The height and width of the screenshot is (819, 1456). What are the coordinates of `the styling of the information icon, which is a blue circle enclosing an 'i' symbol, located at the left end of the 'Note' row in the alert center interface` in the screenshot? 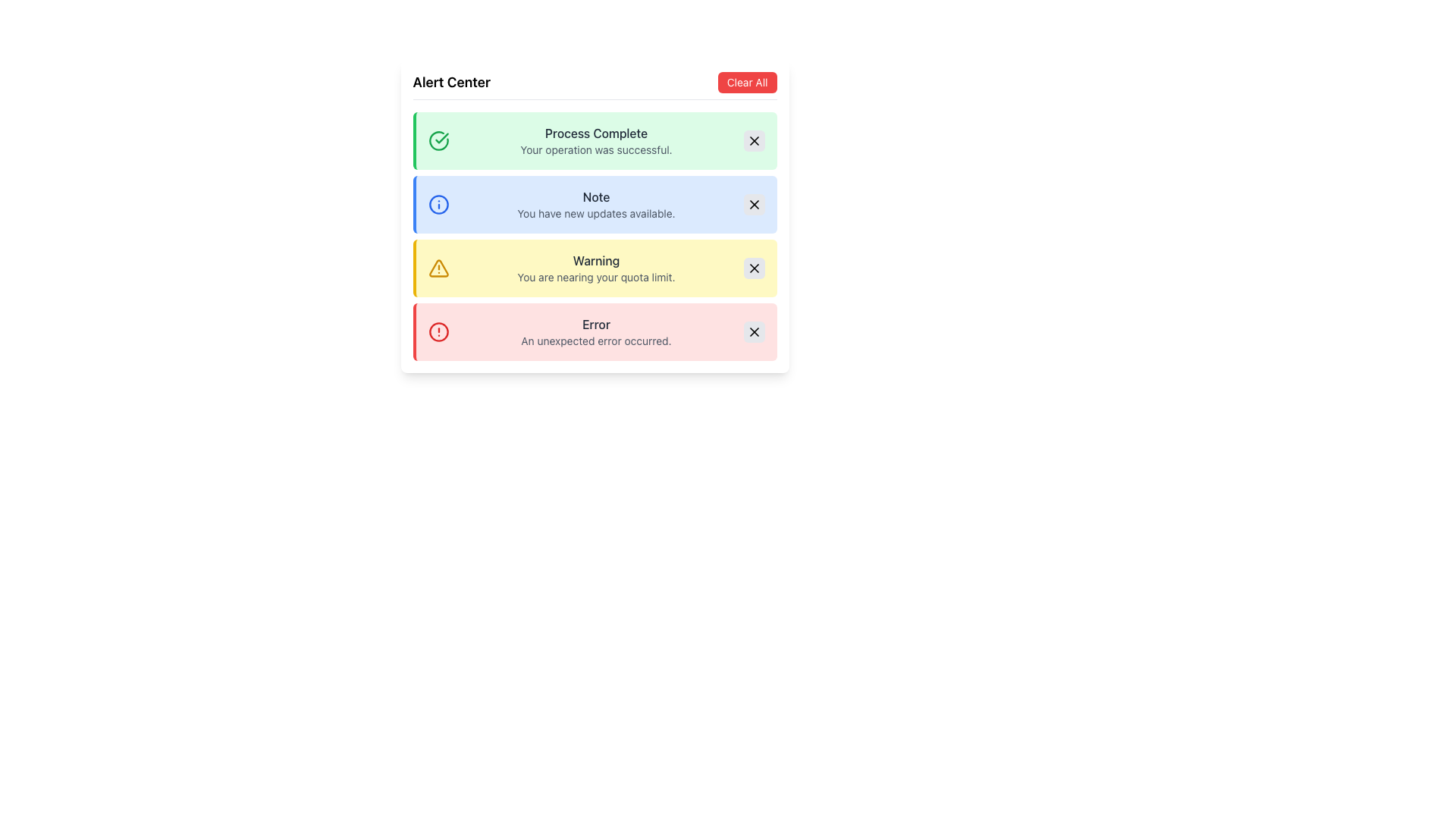 It's located at (438, 205).